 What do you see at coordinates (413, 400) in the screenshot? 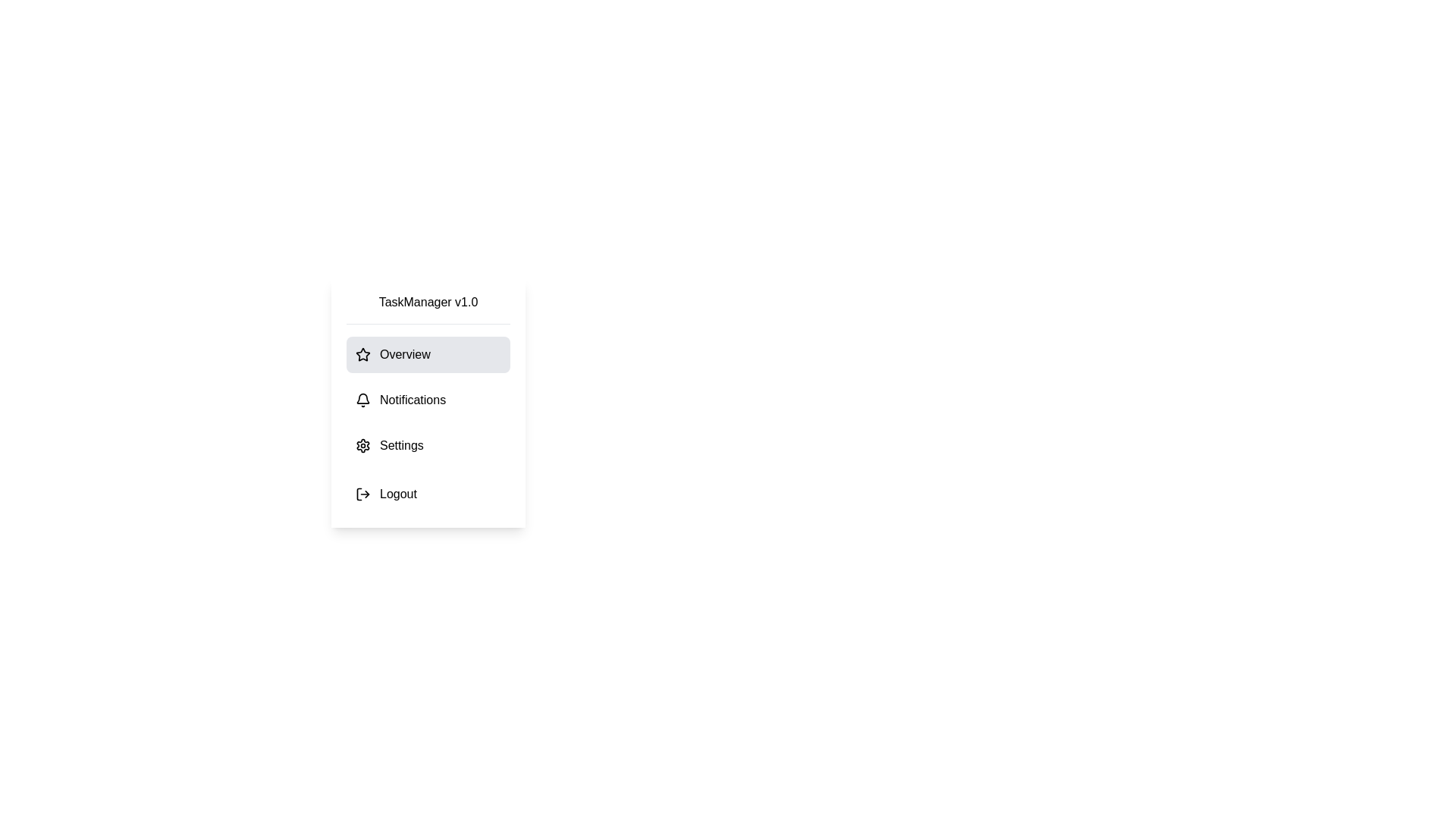
I see `text of the 'Notifications' label, which is the second menu item in the TaskManager v1.0 menu, located to the right of the bell icon` at bounding box center [413, 400].